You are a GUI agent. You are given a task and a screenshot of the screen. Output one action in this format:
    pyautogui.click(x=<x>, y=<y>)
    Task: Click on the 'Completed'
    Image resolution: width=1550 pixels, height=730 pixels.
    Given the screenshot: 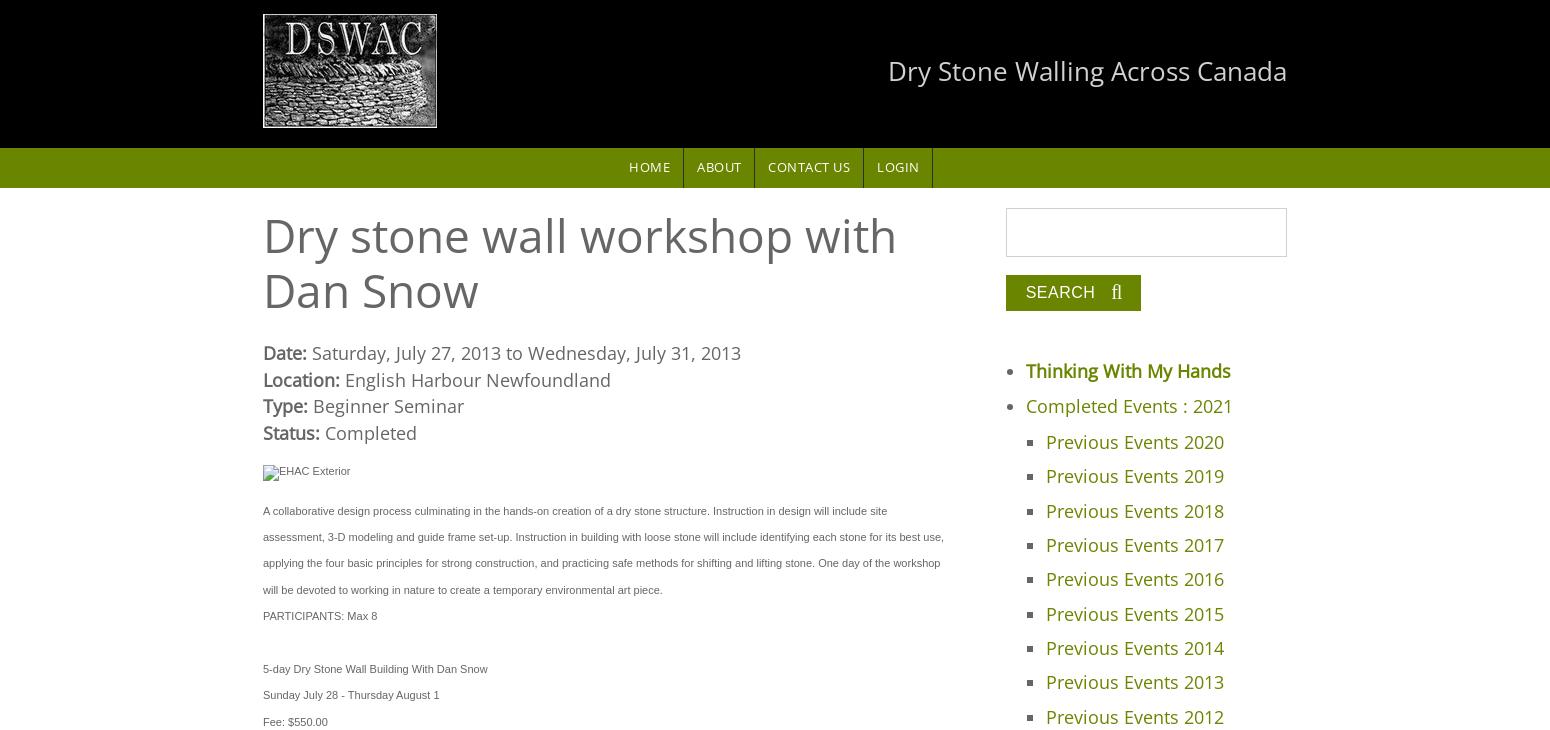 What is the action you would take?
    pyautogui.click(x=370, y=431)
    